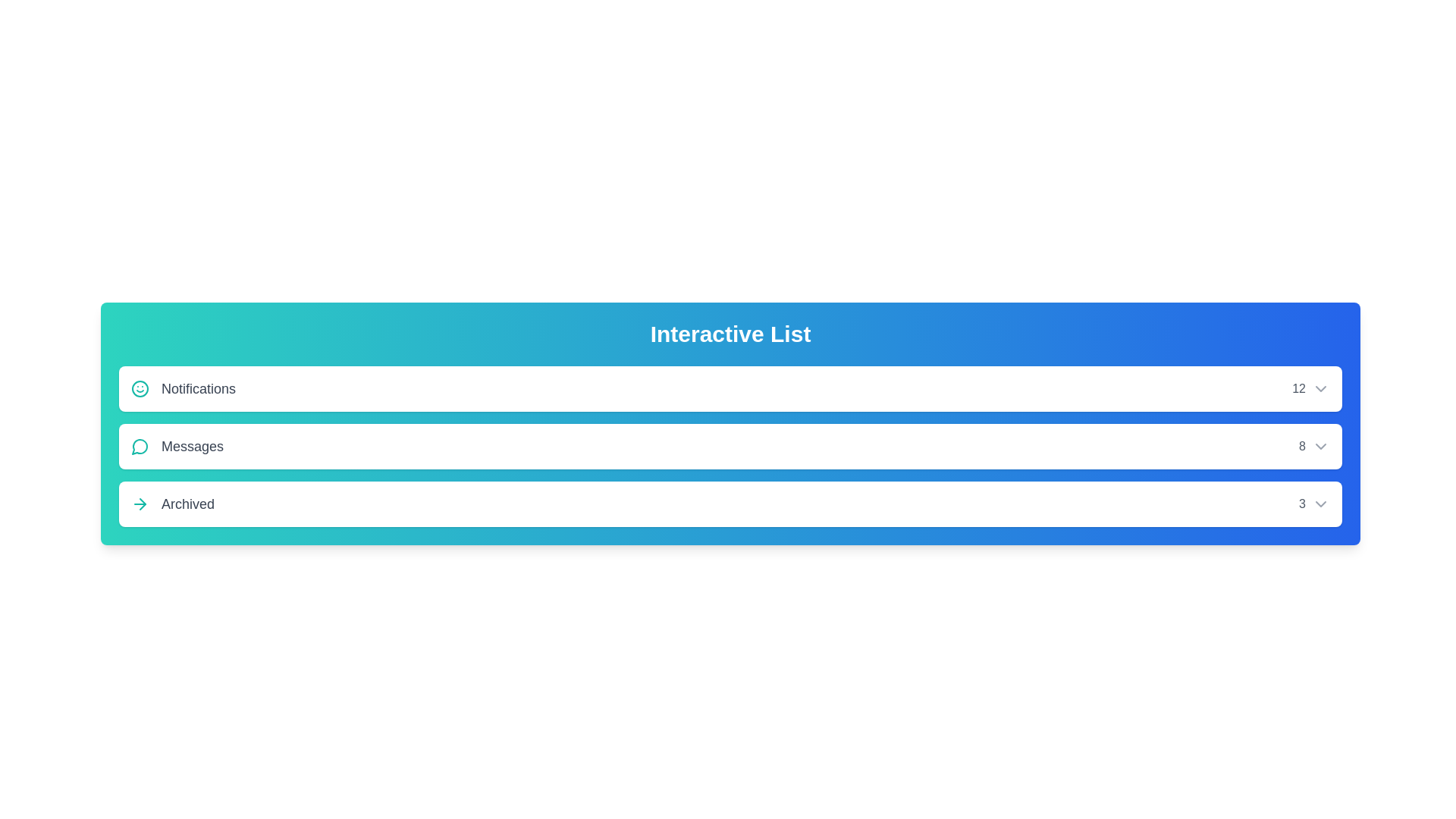 This screenshot has width=1456, height=819. Describe the element at coordinates (730, 504) in the screenshot. I see `the list item Archived to observe hover effects` at that location.